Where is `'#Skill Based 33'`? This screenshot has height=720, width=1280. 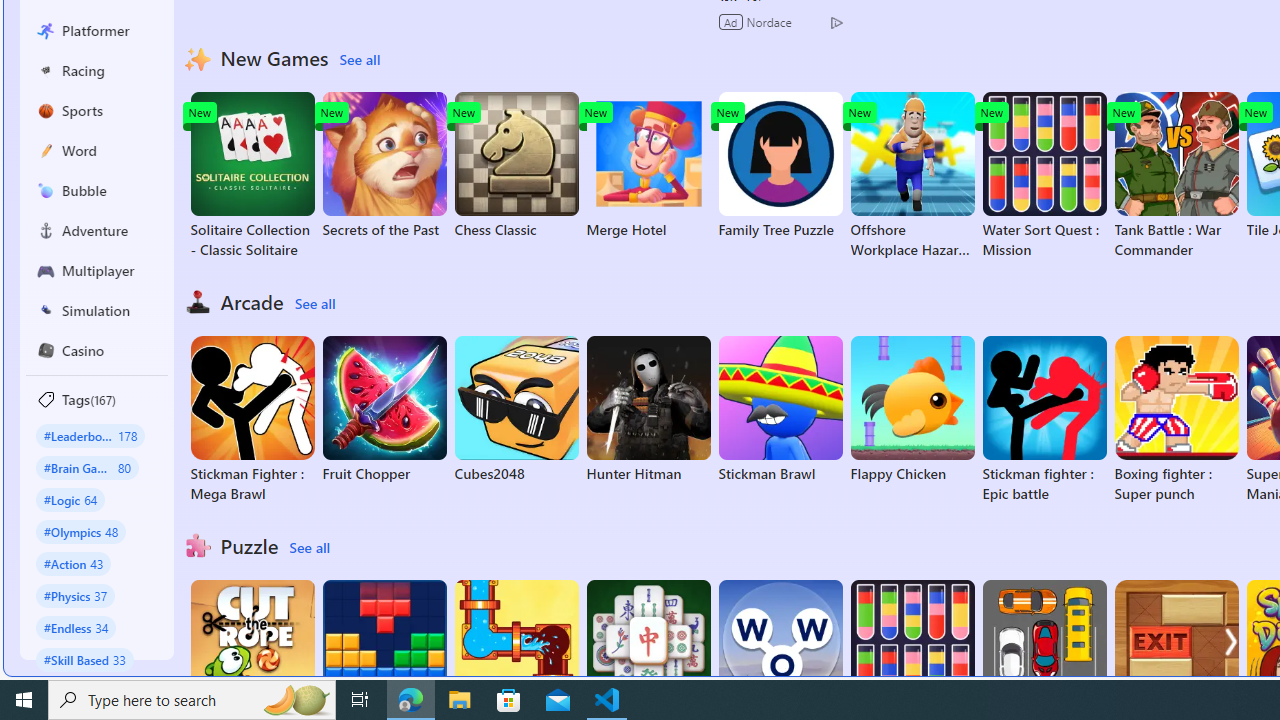 '#Skill Based 33' is located at coordinates (84, 659).